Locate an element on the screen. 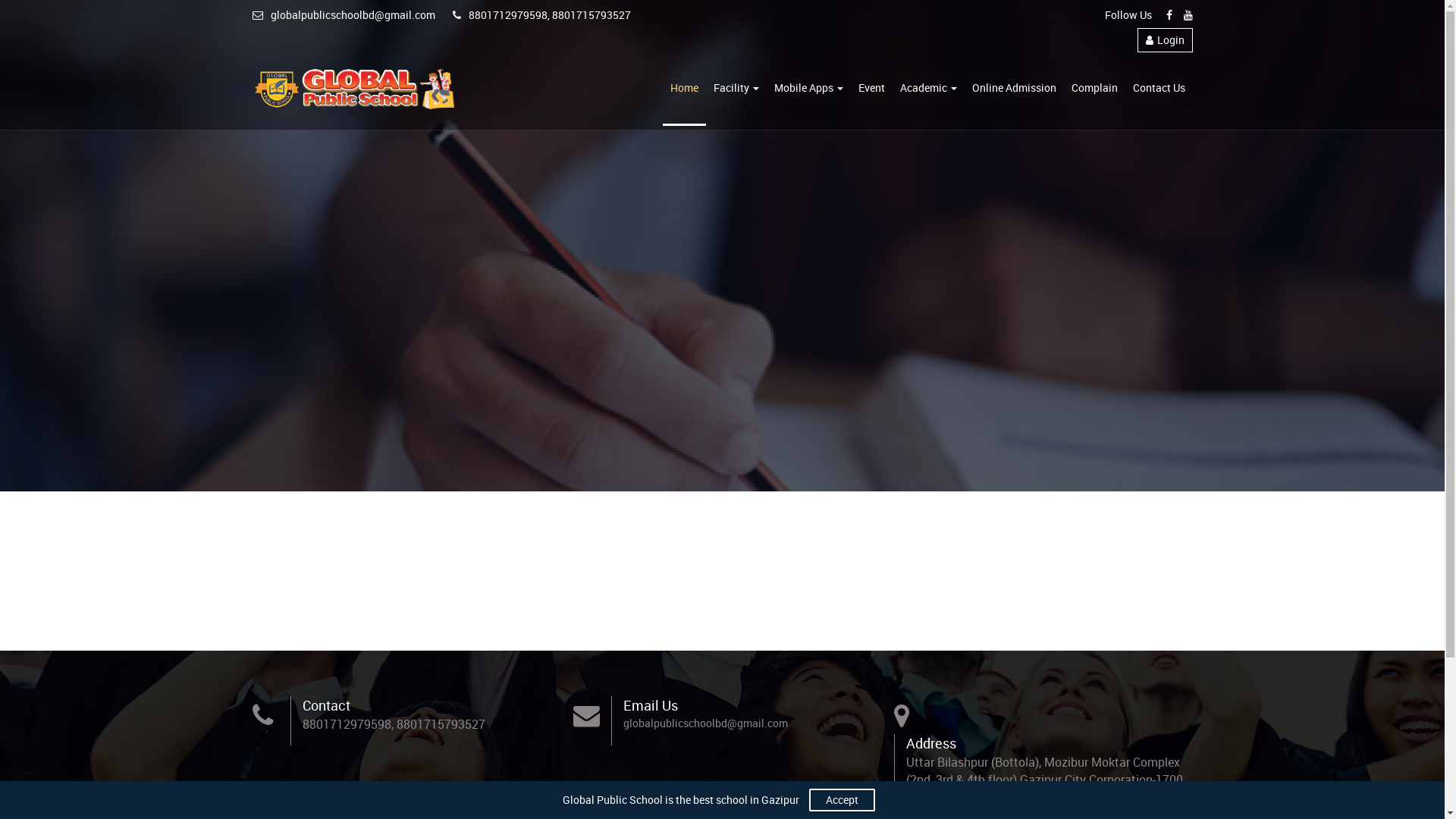  'Academic' is located at coordinates (927, 89).